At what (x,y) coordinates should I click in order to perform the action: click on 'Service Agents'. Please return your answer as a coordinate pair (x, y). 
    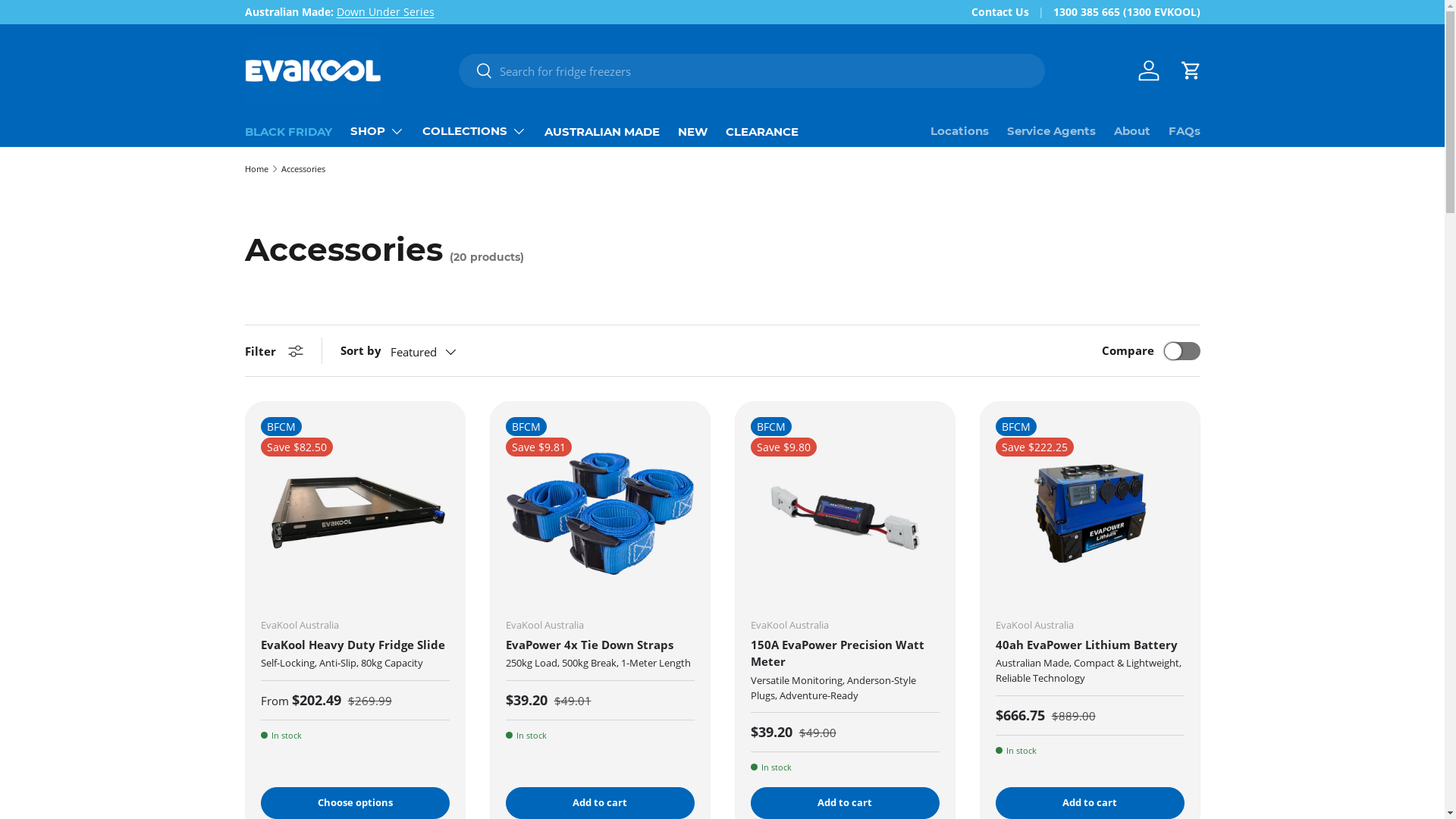
    Looking at the image, I should click on (1050, 130).